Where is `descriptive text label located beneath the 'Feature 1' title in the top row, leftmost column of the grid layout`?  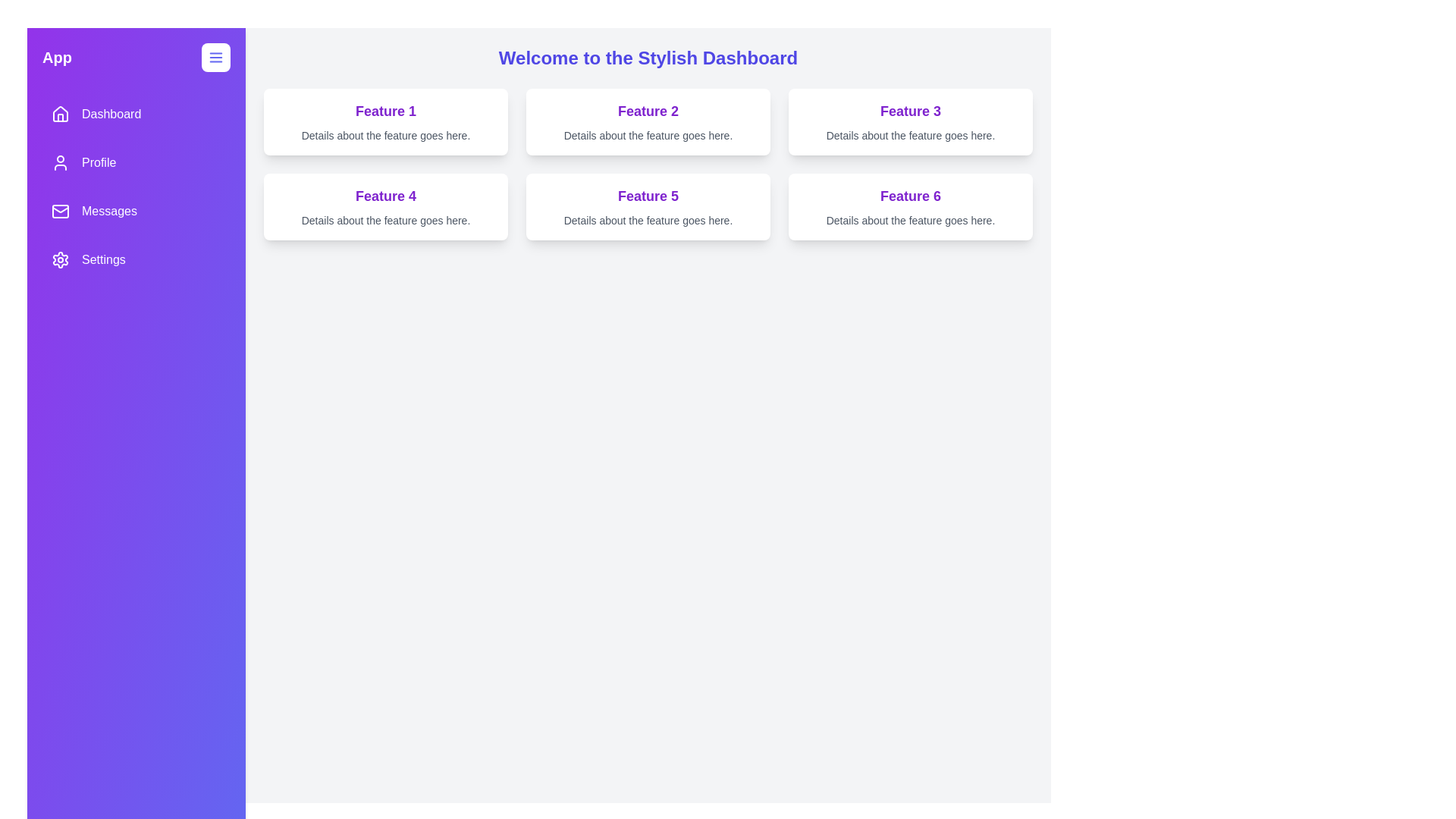
descriptive text label located beneath the 'Feature 1' title in the top row, leftmost column of the grid layout is located at coordinates (385, 134).